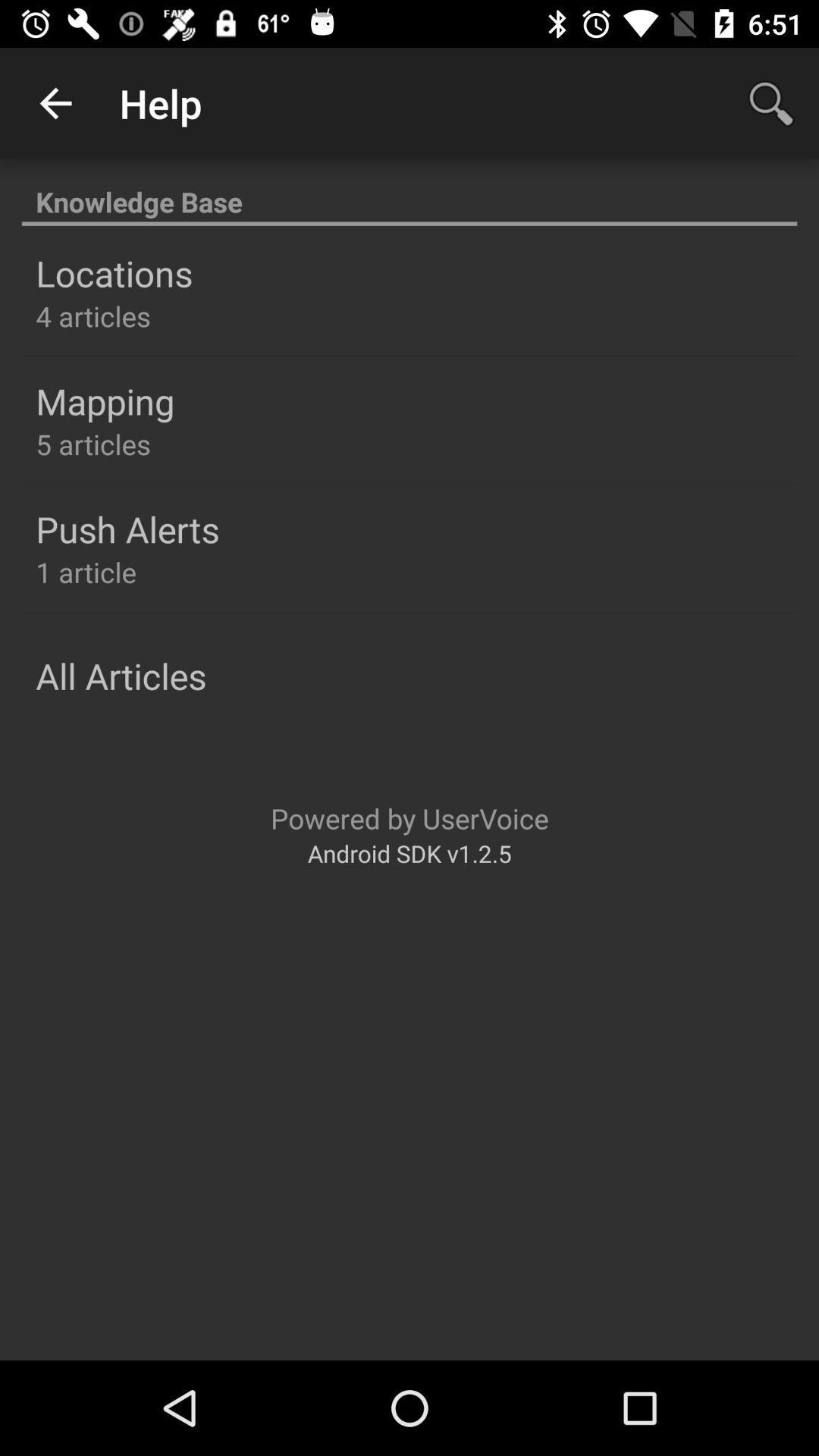  What do you see at coordinates (93, 315) in the screenshot?
I see `4 articles` at bounding box center [93, 315].